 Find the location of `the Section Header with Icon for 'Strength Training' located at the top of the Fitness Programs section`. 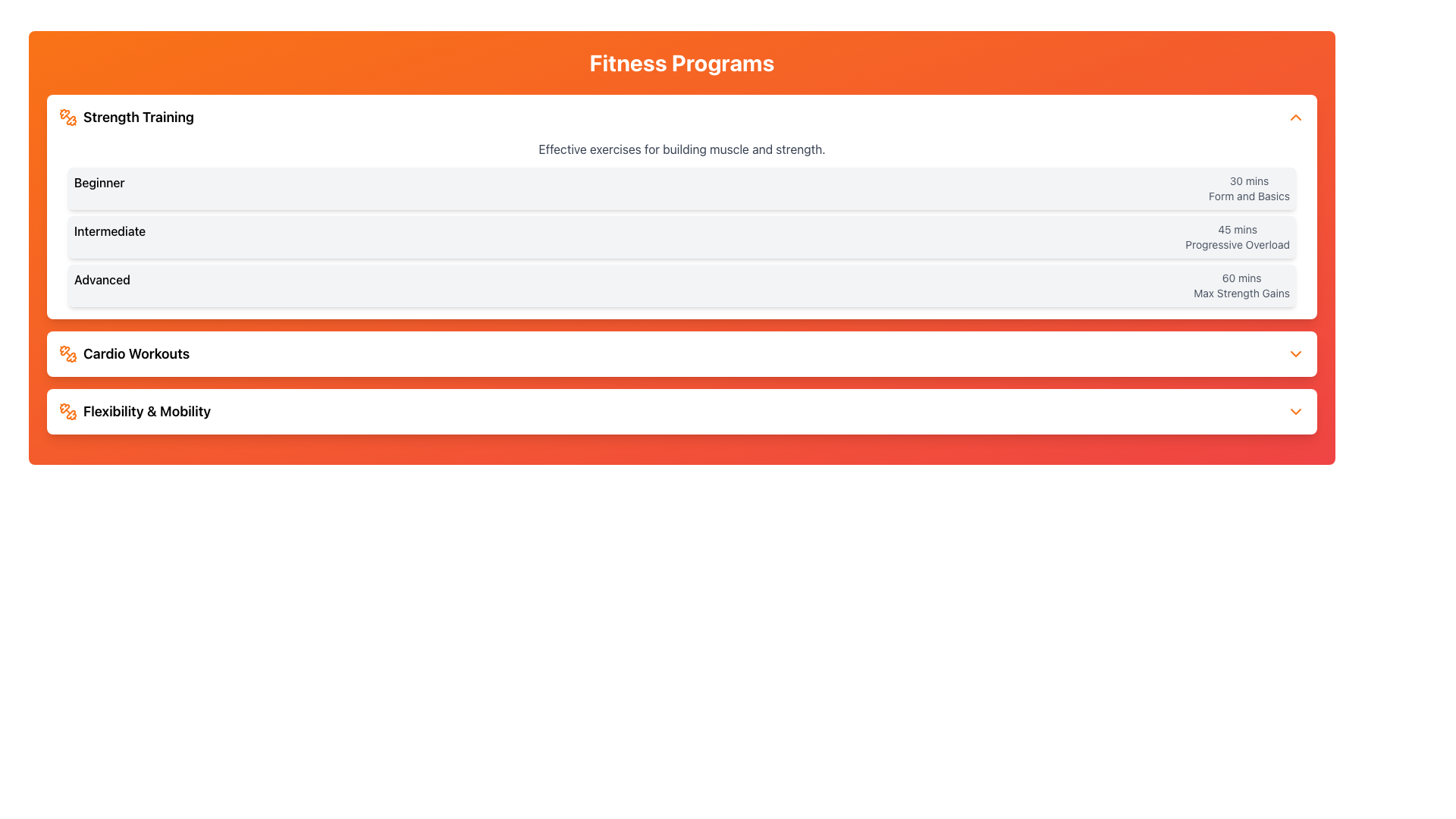

the Section Header with Icon for 'Strength Training' located at the top of the Fitness Programs section is located at coordinates (127, 116).